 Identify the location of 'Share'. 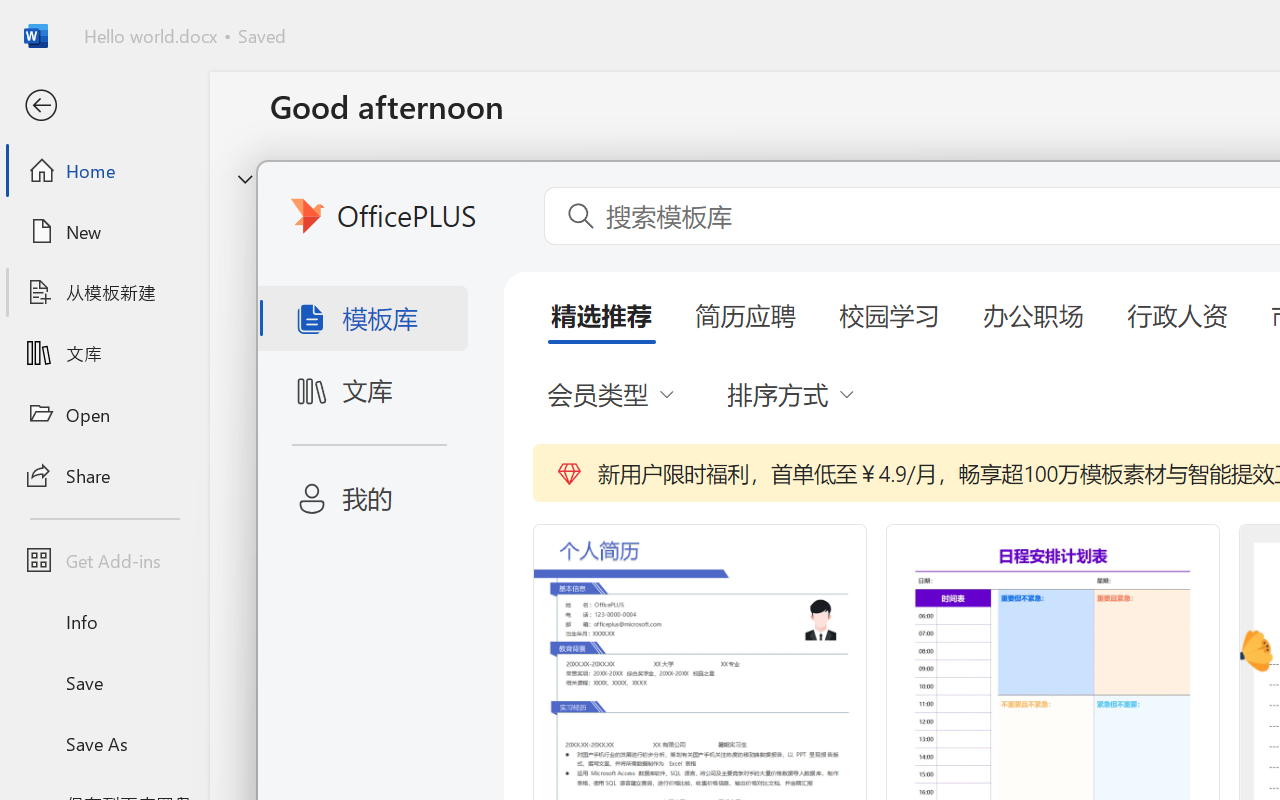
(103, 475).